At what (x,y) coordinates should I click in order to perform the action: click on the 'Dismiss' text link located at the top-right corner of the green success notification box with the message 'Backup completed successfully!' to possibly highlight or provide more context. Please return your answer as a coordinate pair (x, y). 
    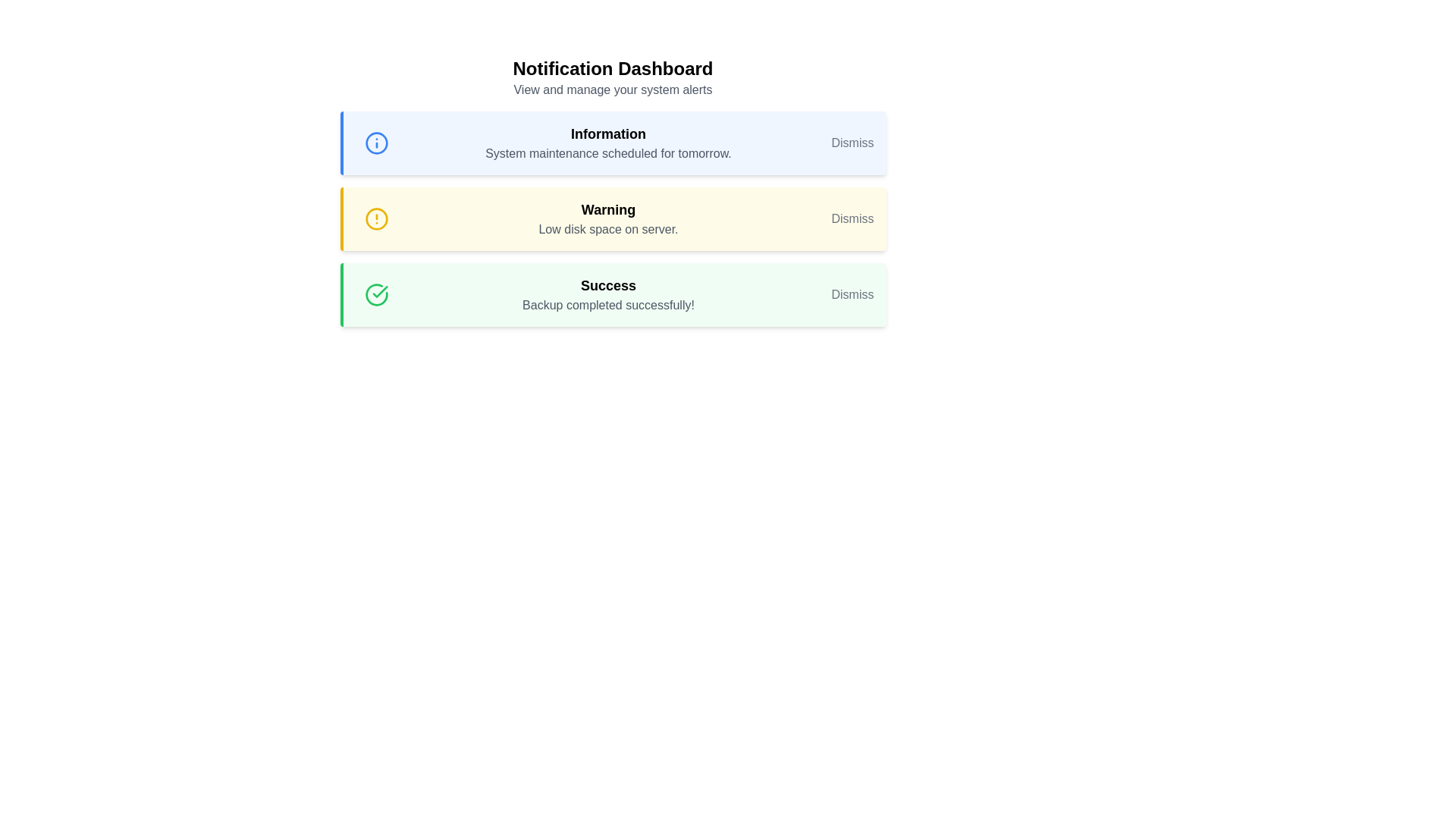
    Looking at the image, I should click on (852, 295).